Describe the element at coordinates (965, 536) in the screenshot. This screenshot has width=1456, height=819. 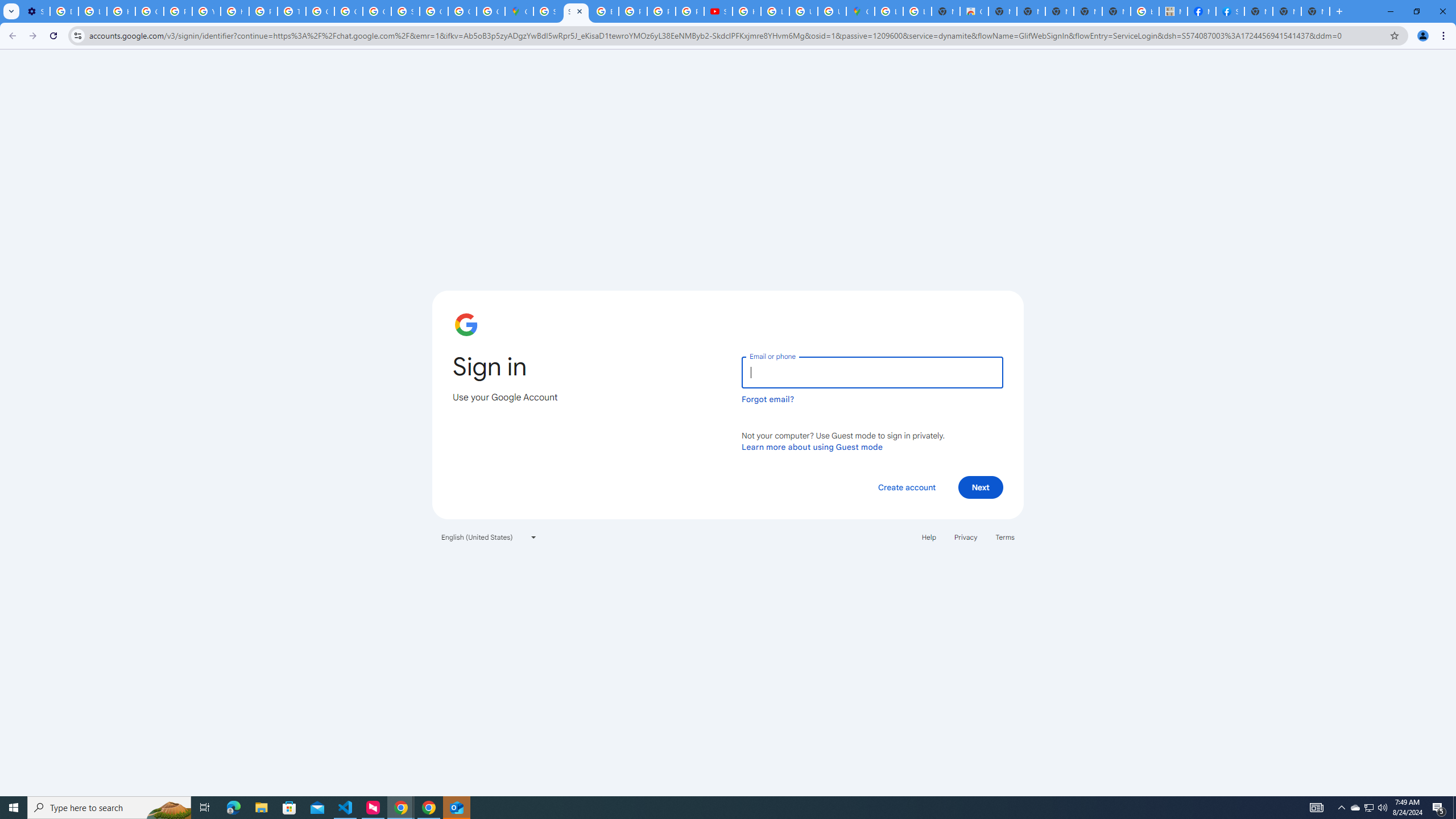
I see `'Privacy'` at that location.